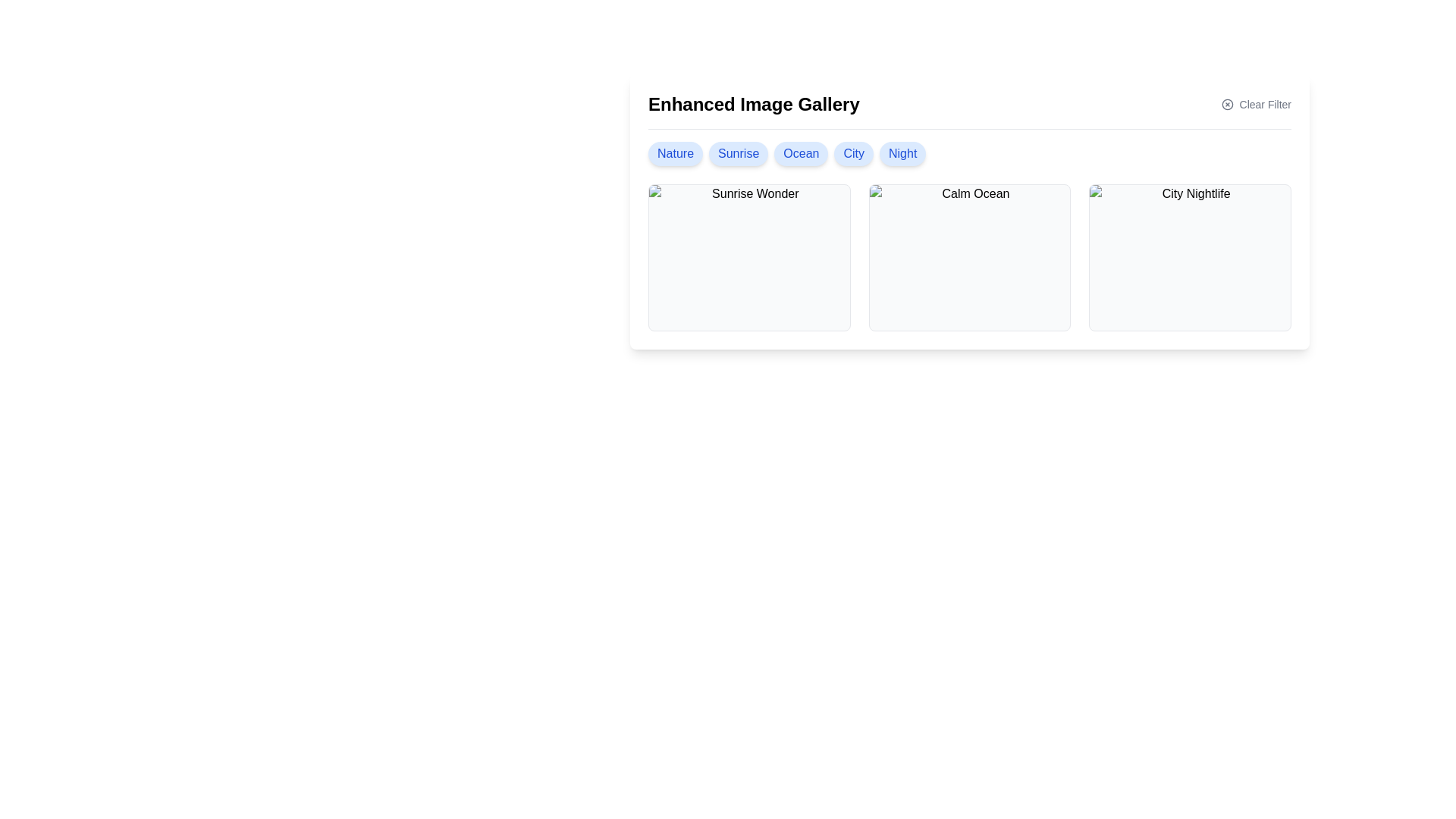 The width and height of the screenshot is (1456, 819). What do you see at coordinates (1189, 256) in the screenshot?
I see `the third card element` at bounding box center [1189, 256].